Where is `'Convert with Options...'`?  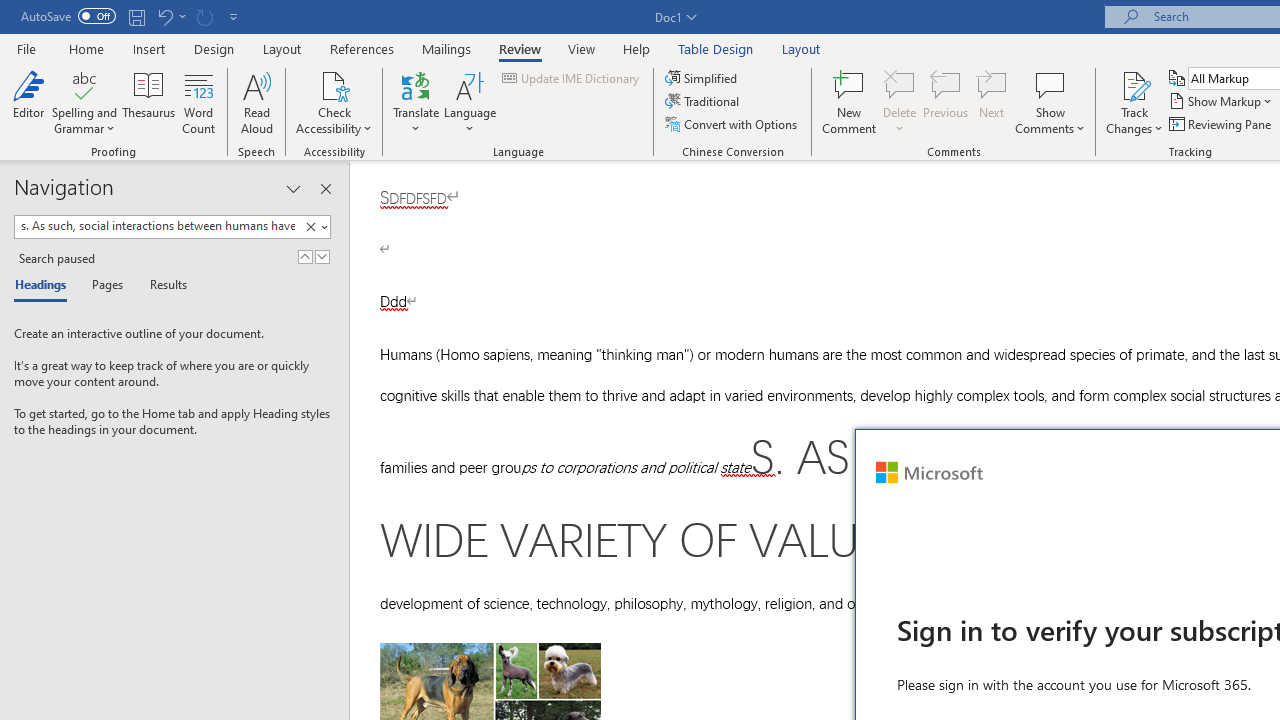
'Convert with Options...' is located at coordinates (731, 124).